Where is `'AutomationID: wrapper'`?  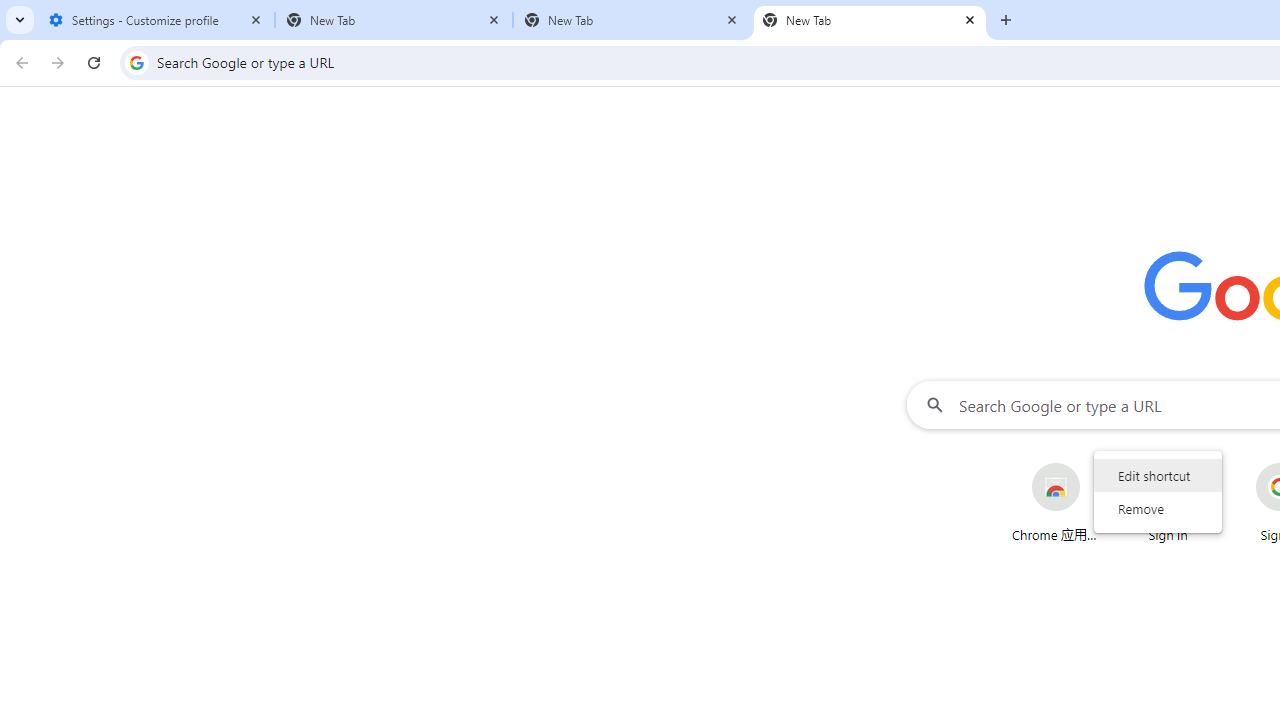
'AutomationID: wrapper' is located at coordinates (1158, 491).